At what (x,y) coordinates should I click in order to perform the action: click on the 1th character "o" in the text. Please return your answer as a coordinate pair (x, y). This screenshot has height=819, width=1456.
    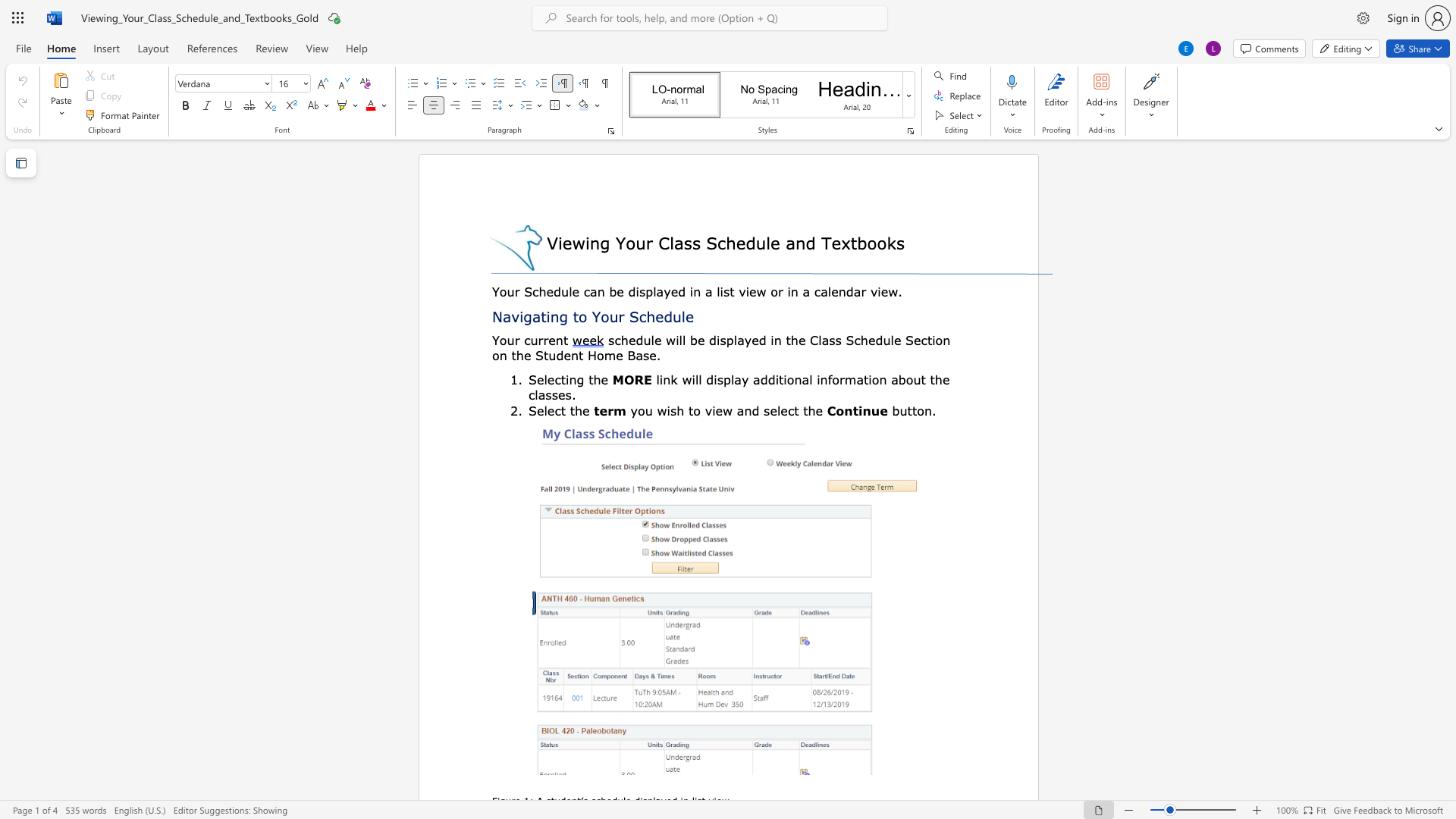
    Looking at the image, I should click on (630, 242).